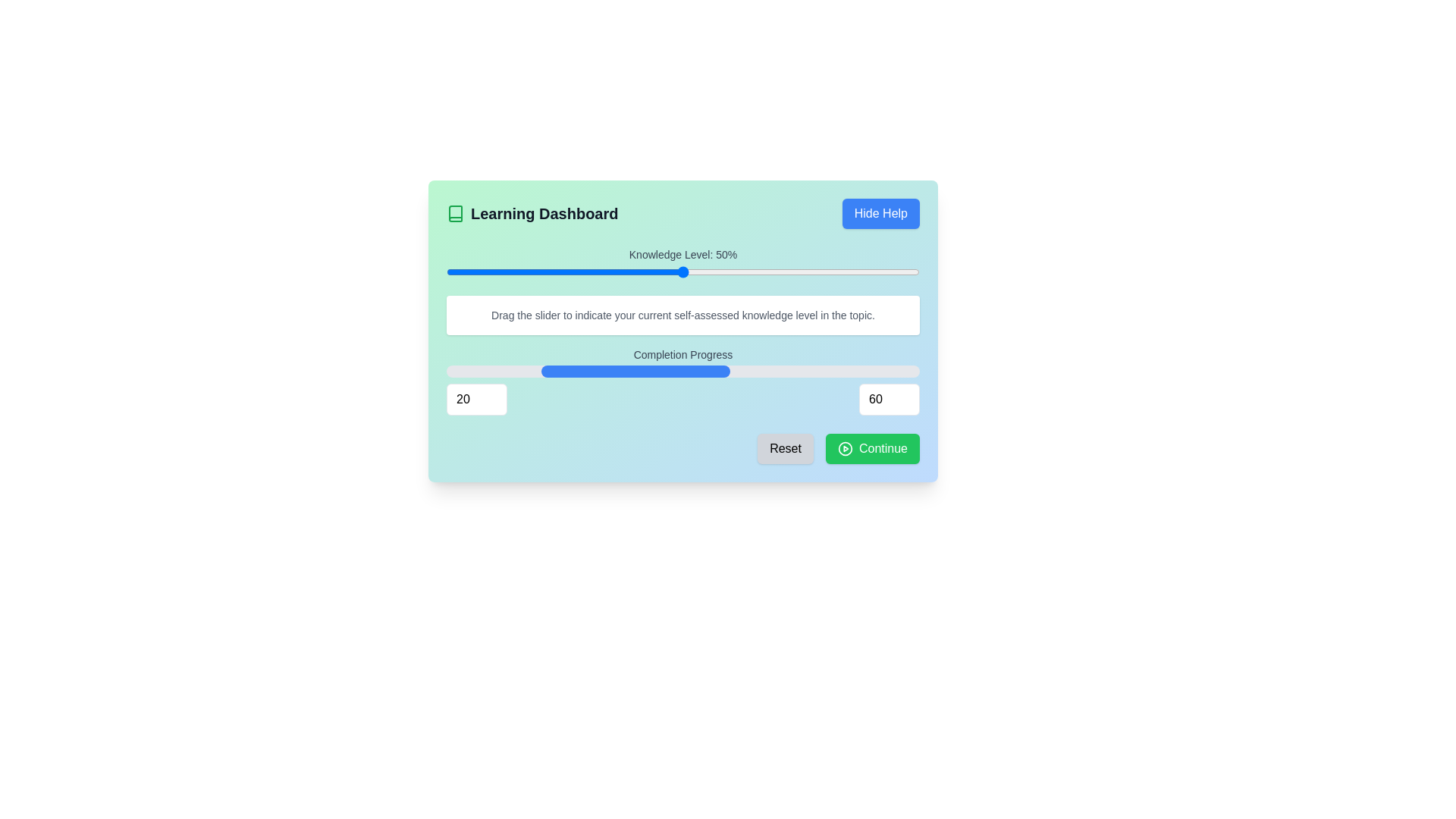 The height and width of the screenshot is (819, 1456). What do you see at coordinates (786, 447) in the screenshot?
I see `the 'Reset' button located at the bottom-right of the interface` at bounding box center [786, 447].